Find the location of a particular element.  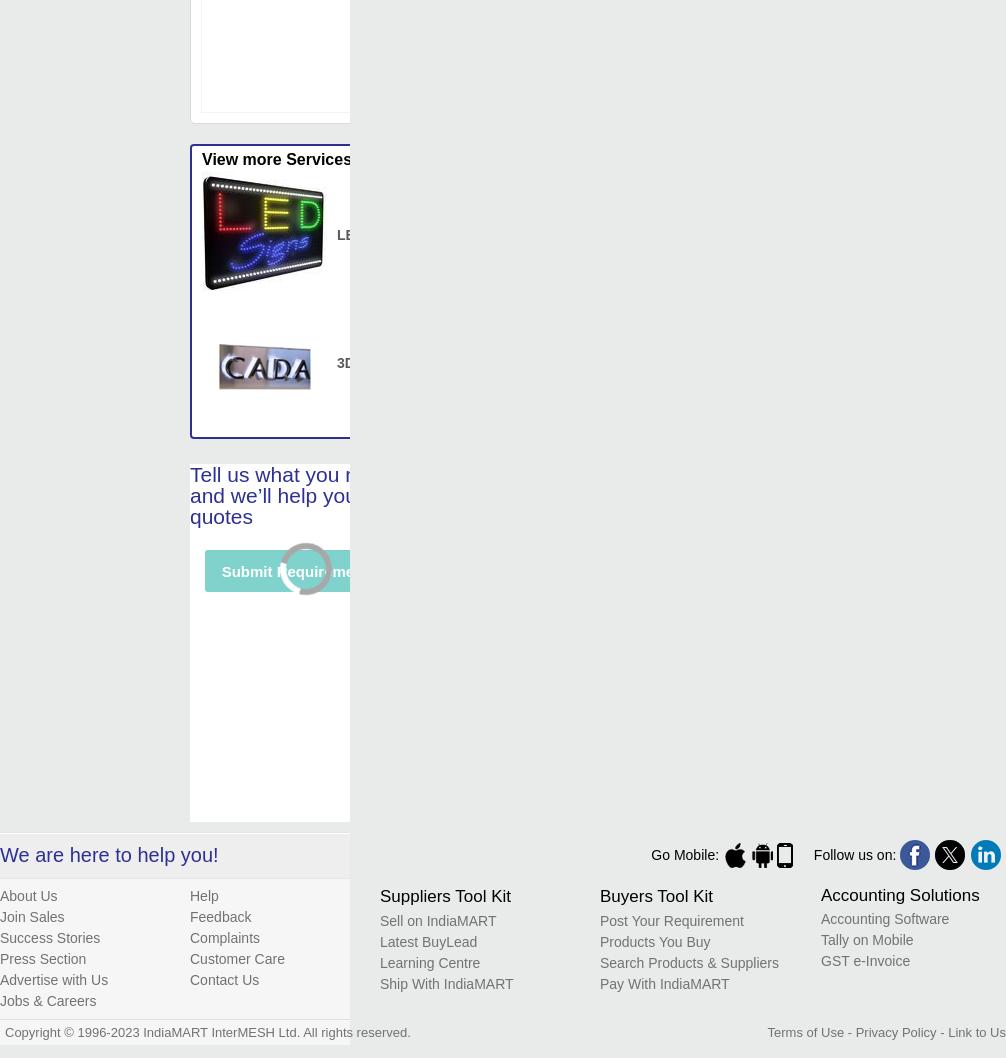

'Save Time! Get verified sellers exporting to China' is located at coordinates (414, 799).